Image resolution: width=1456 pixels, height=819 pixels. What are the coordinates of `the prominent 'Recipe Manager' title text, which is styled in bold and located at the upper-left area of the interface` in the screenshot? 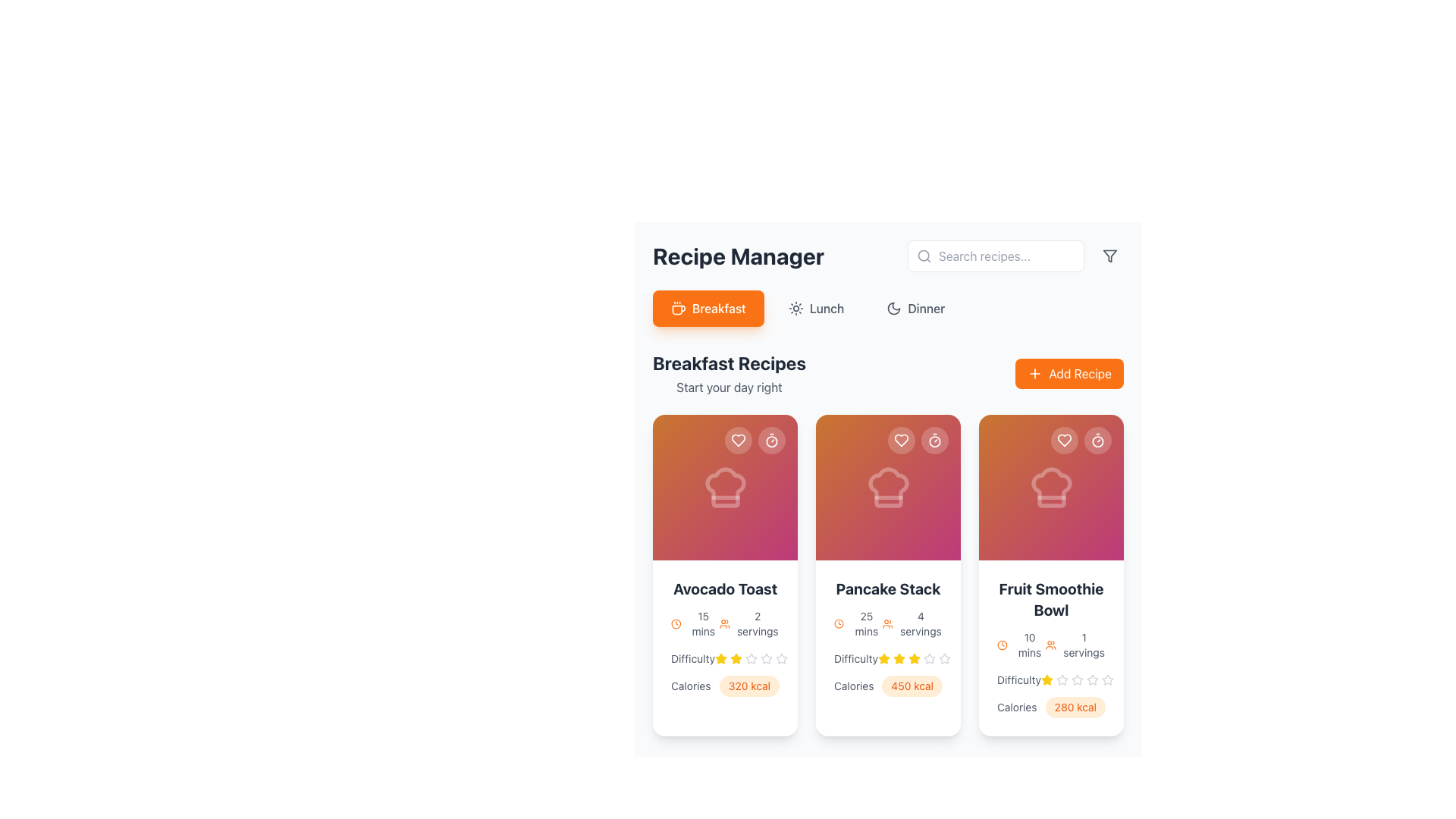 It's located at (739, 256).